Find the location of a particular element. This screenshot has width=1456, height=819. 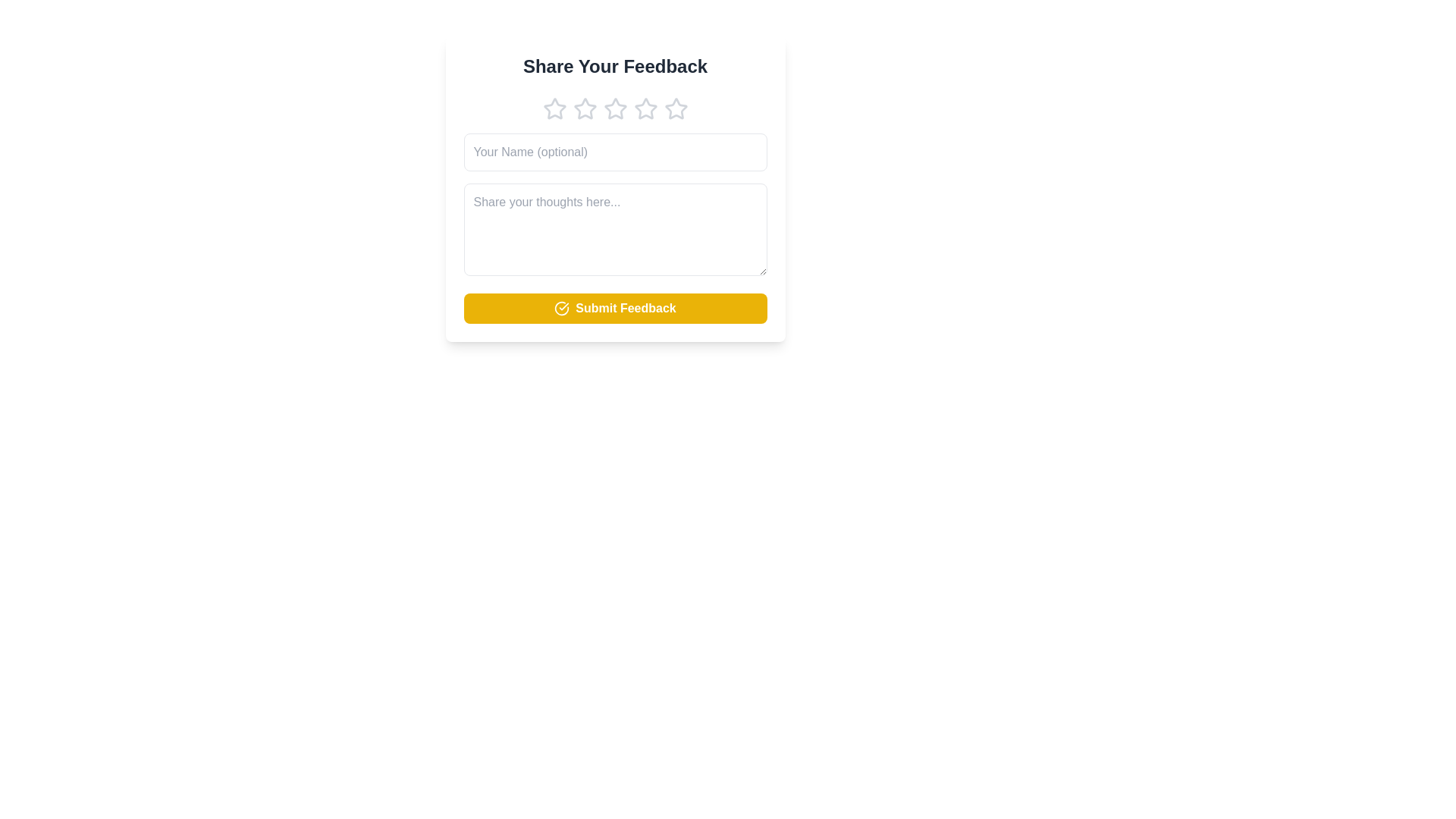

the fourth star icon in the row of rating stars beneath the 'Share Your Feedback' header is located at coordinates (645, 108).